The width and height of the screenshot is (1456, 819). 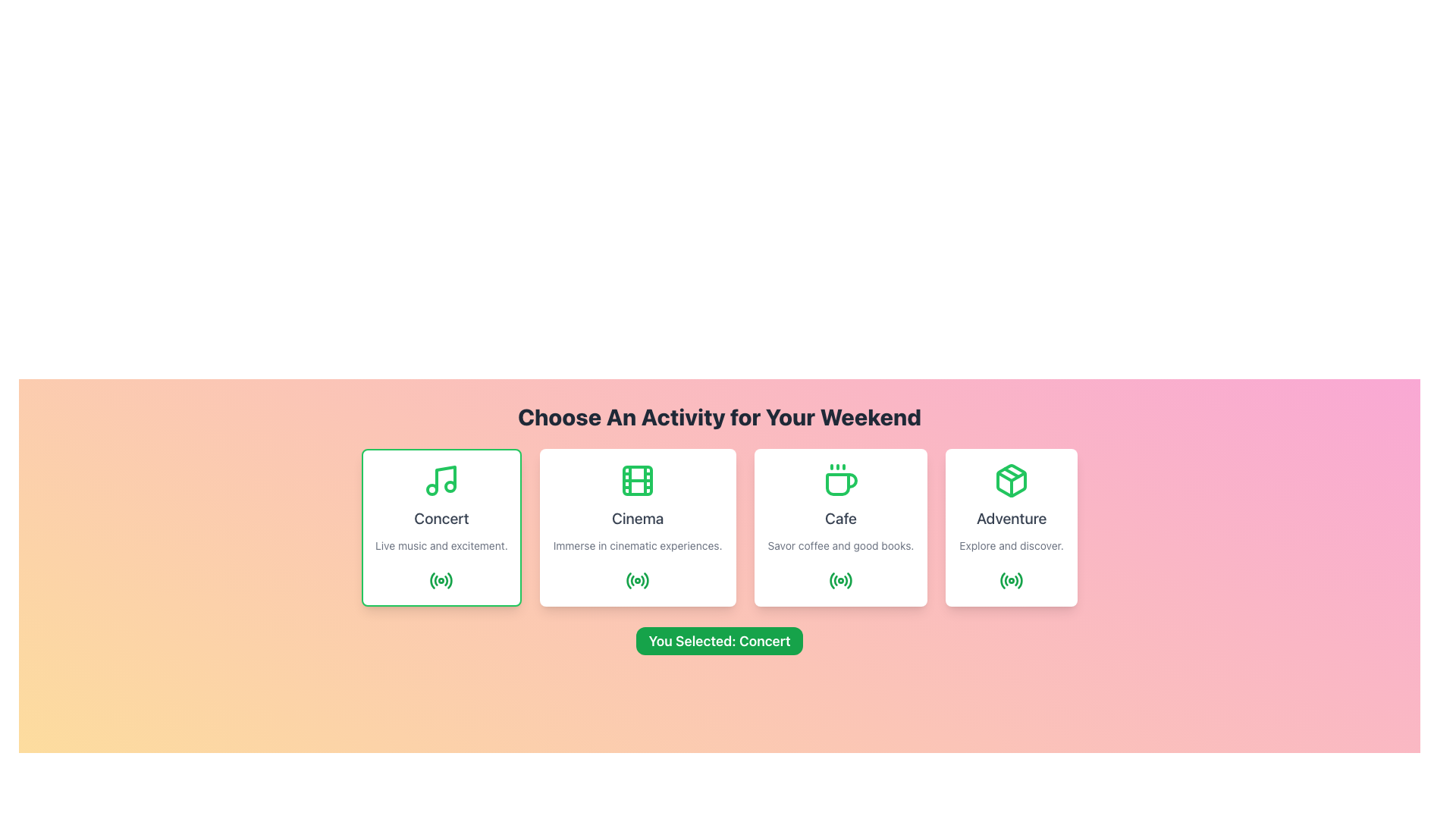 I want to click on the second card labeled 'Cinema' that features a film icon at the top and a description stating 'Immerse in cinematic experiences.', so click(x=638, y=526).